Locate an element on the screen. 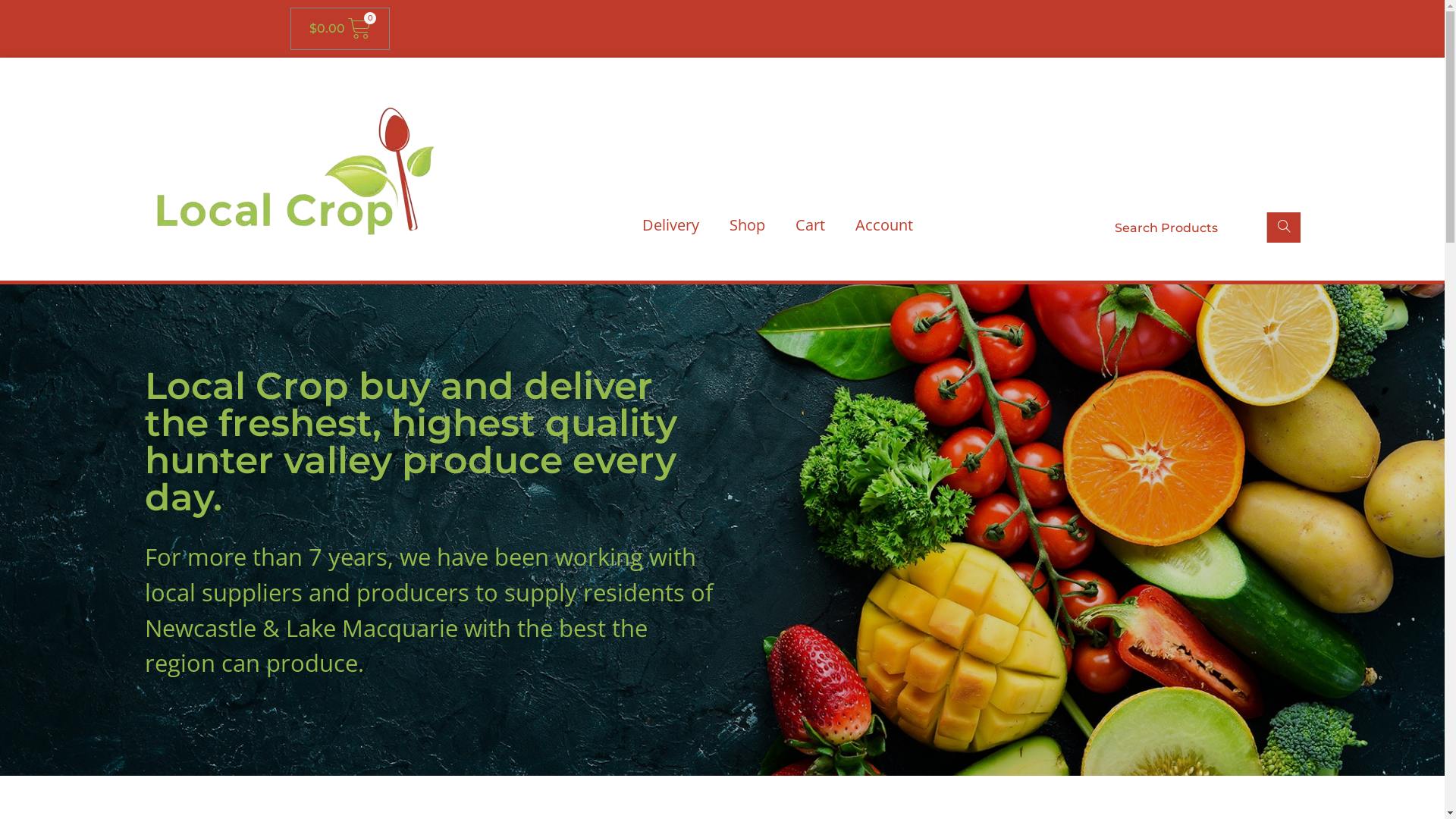 The width and height of the screenshot is (1456, 819). 'Search' is located at coordinates (1282, 227).